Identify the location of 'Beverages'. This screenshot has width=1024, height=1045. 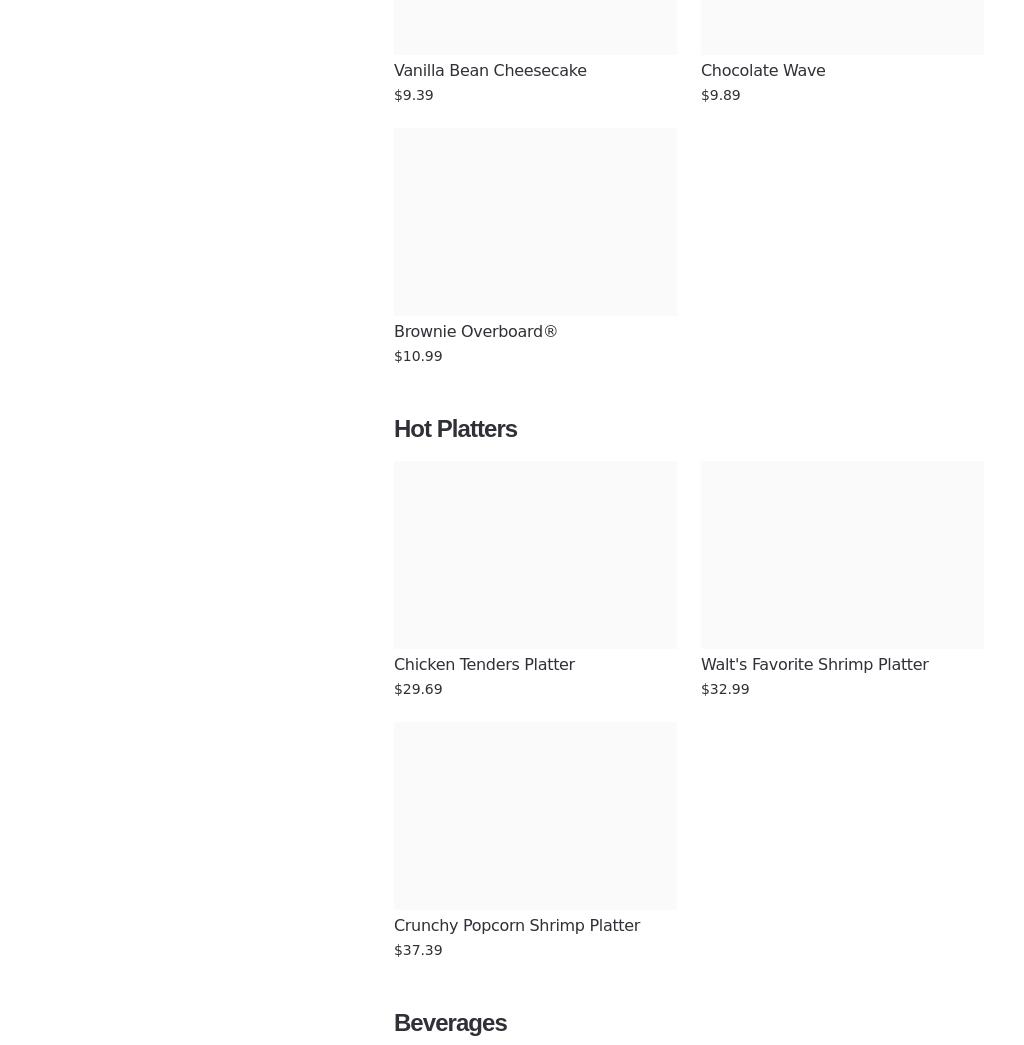
(450, 1022).